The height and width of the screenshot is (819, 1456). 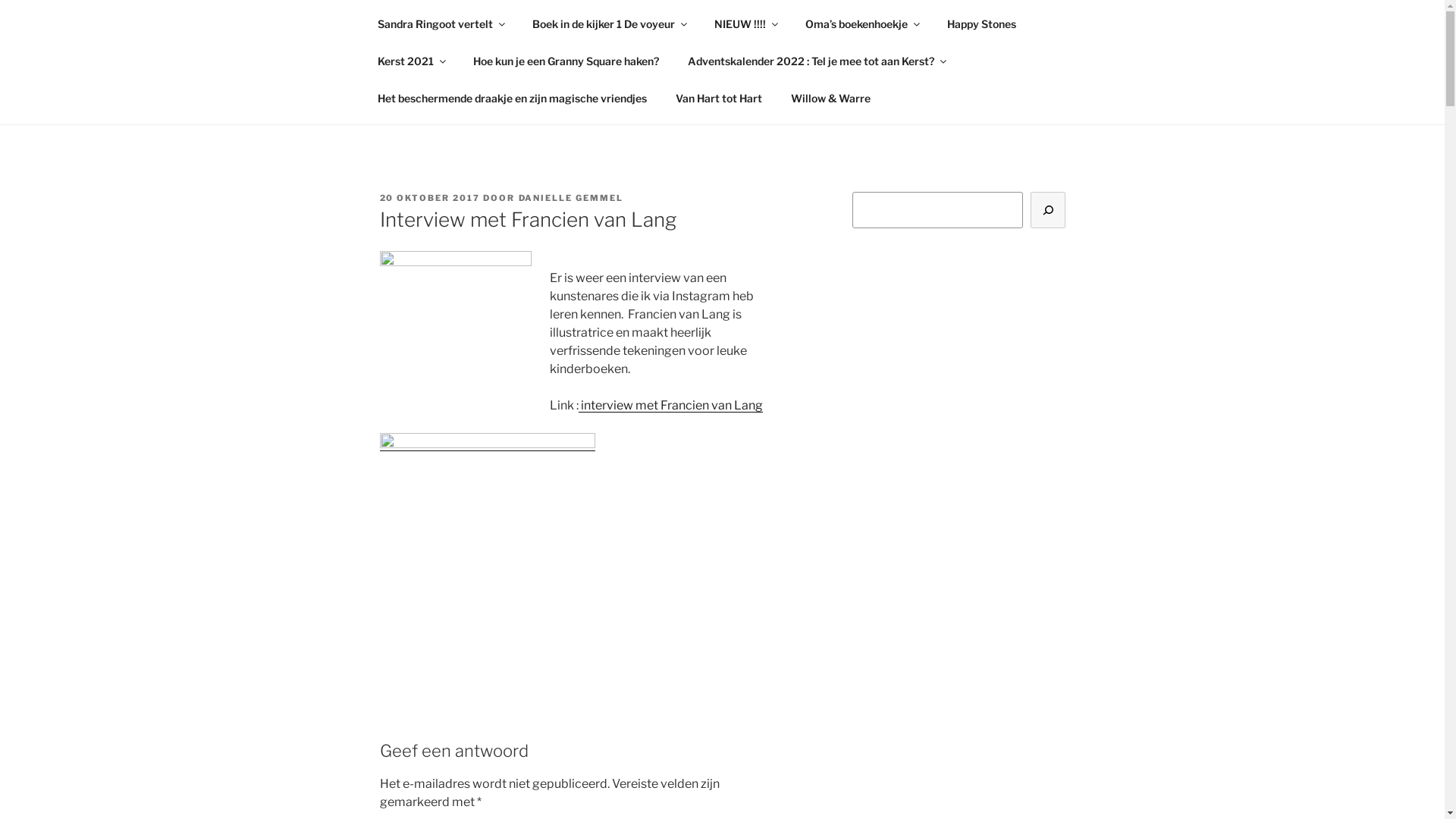 What do you see at coordinates (519, 23) in the screenshot?
I see `'Boek in de kijker 1 De voyeur'` at bounding box center [519, 23].